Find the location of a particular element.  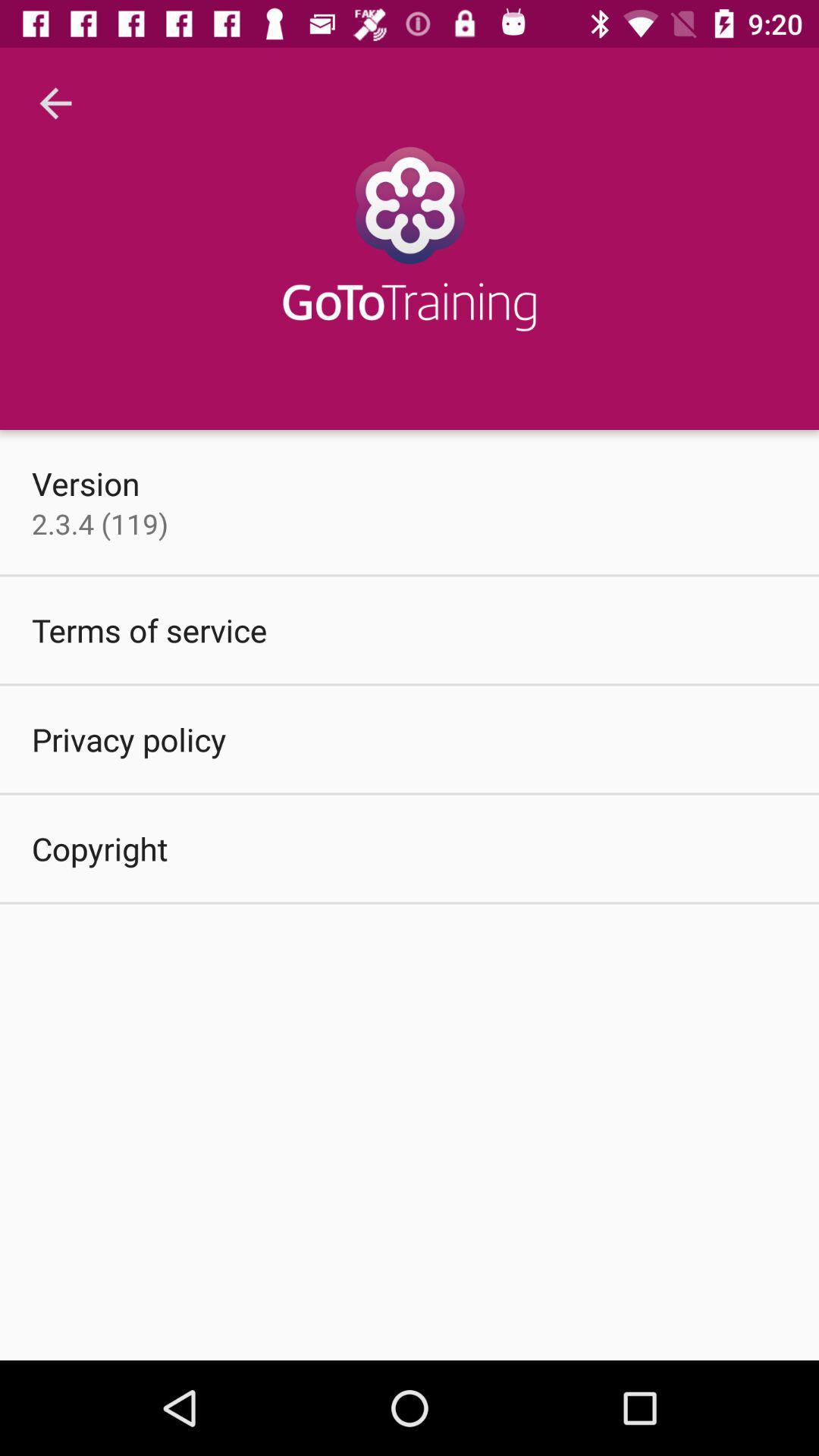

the item above the 2 3 4 icon is located at coordinates (86, 482).